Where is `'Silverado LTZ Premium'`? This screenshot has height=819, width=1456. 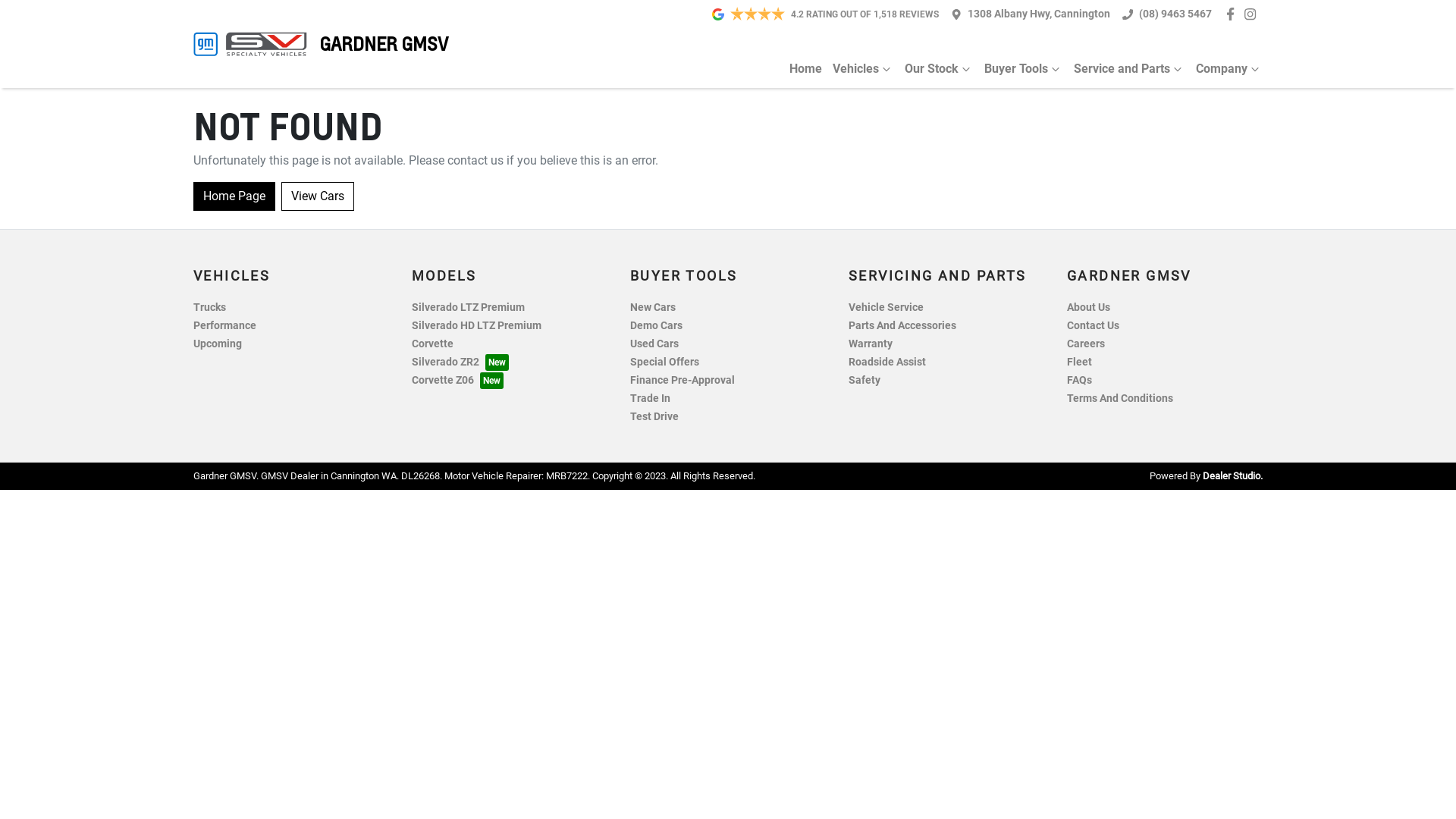 'Silverado LTZ Premium' is located at coordinates (411, 307).